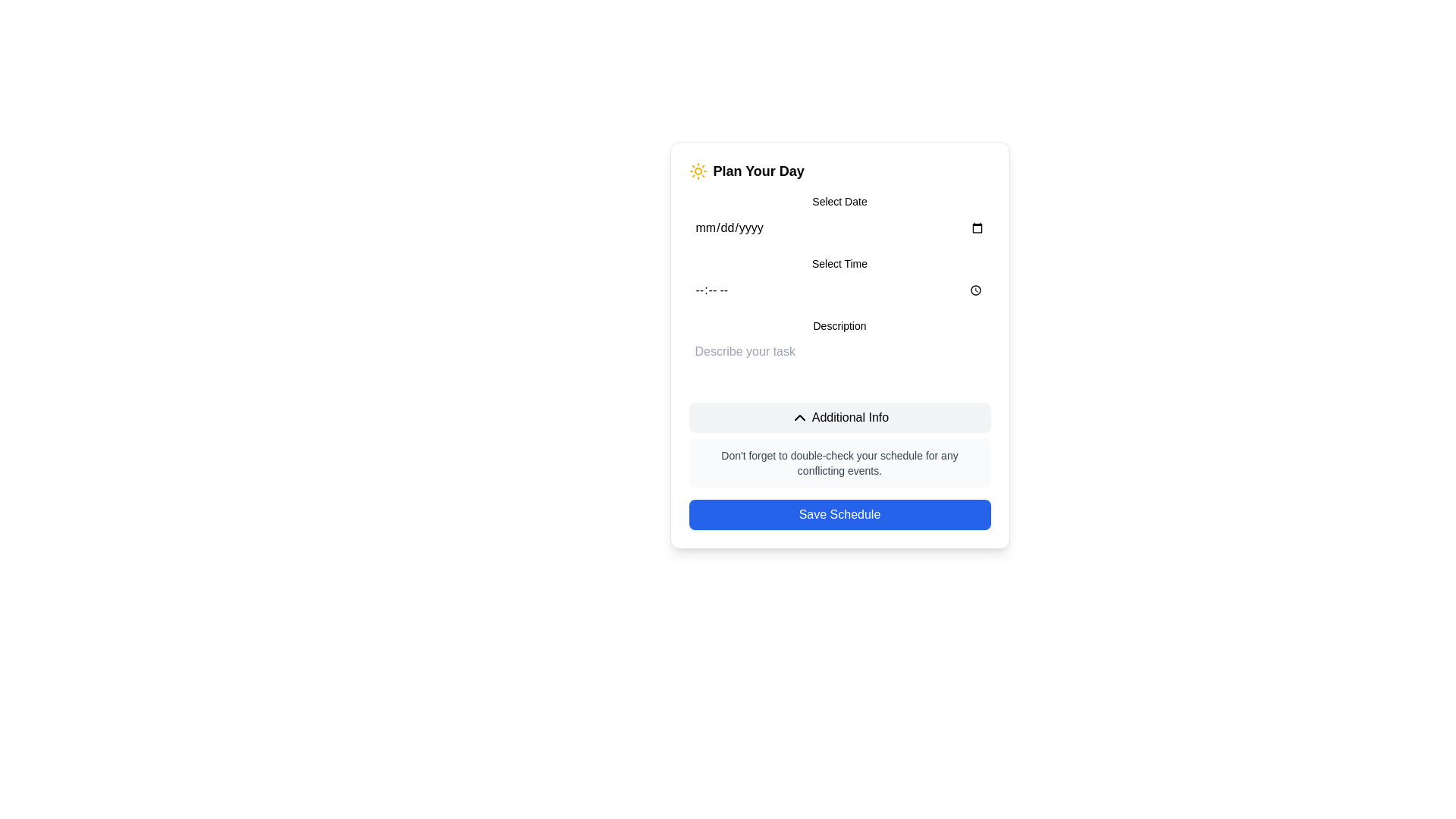 The width and height of the screenshot is (1456, 819). I want to click on the reminder text that instructs users to verify their schedule for conflicting events, located beneath the 'Additional Info' section and above the 'Save Schedule' button, so click(839, 462).